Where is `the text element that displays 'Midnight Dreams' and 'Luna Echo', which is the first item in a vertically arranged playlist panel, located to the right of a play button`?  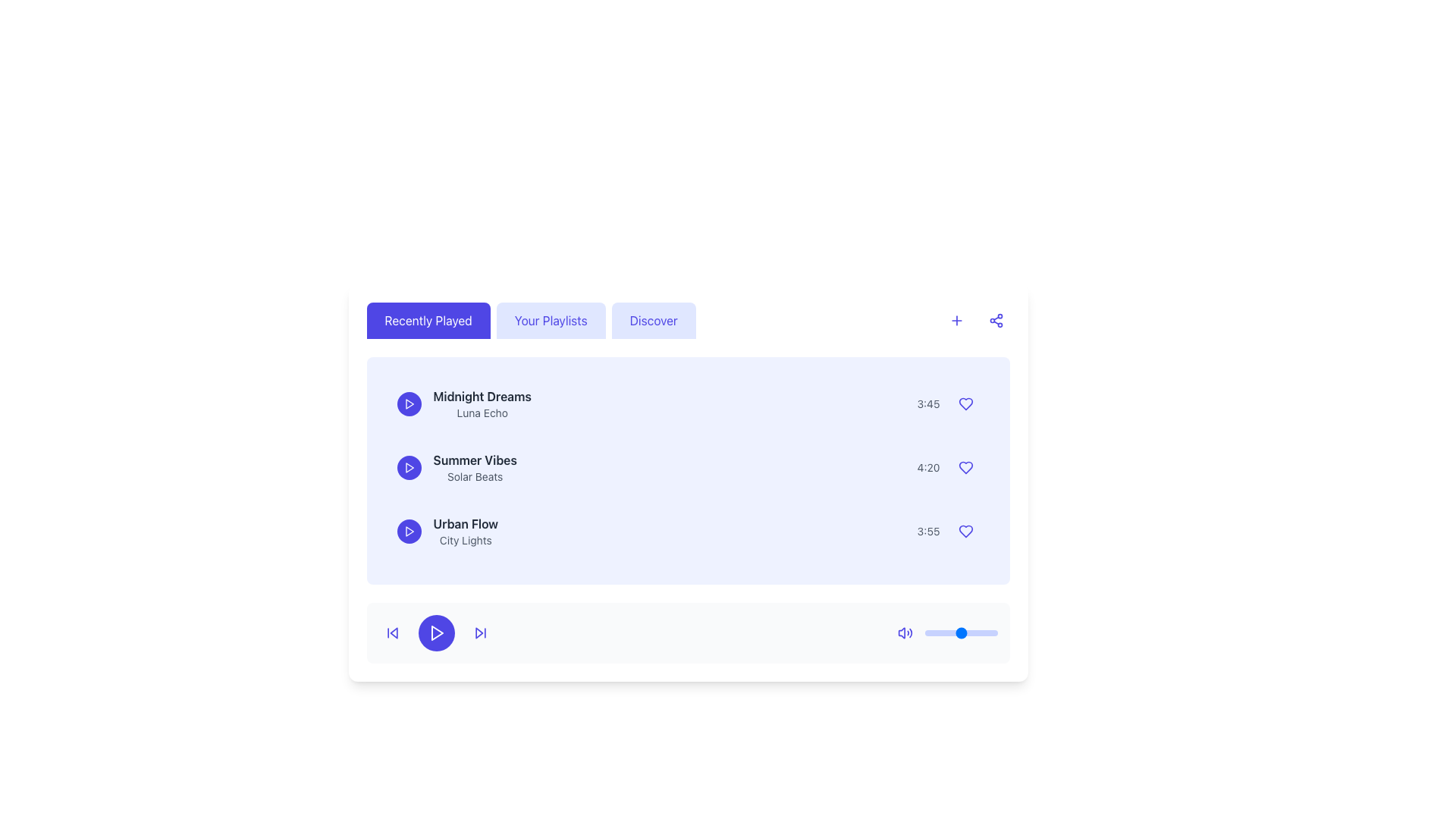 the text element that displays 'Midnight Dreams' and 'Luna Echo', which is the first item in a vertically arranged playlist panel, located to the right of a play button is located at coordinates (482, 403).